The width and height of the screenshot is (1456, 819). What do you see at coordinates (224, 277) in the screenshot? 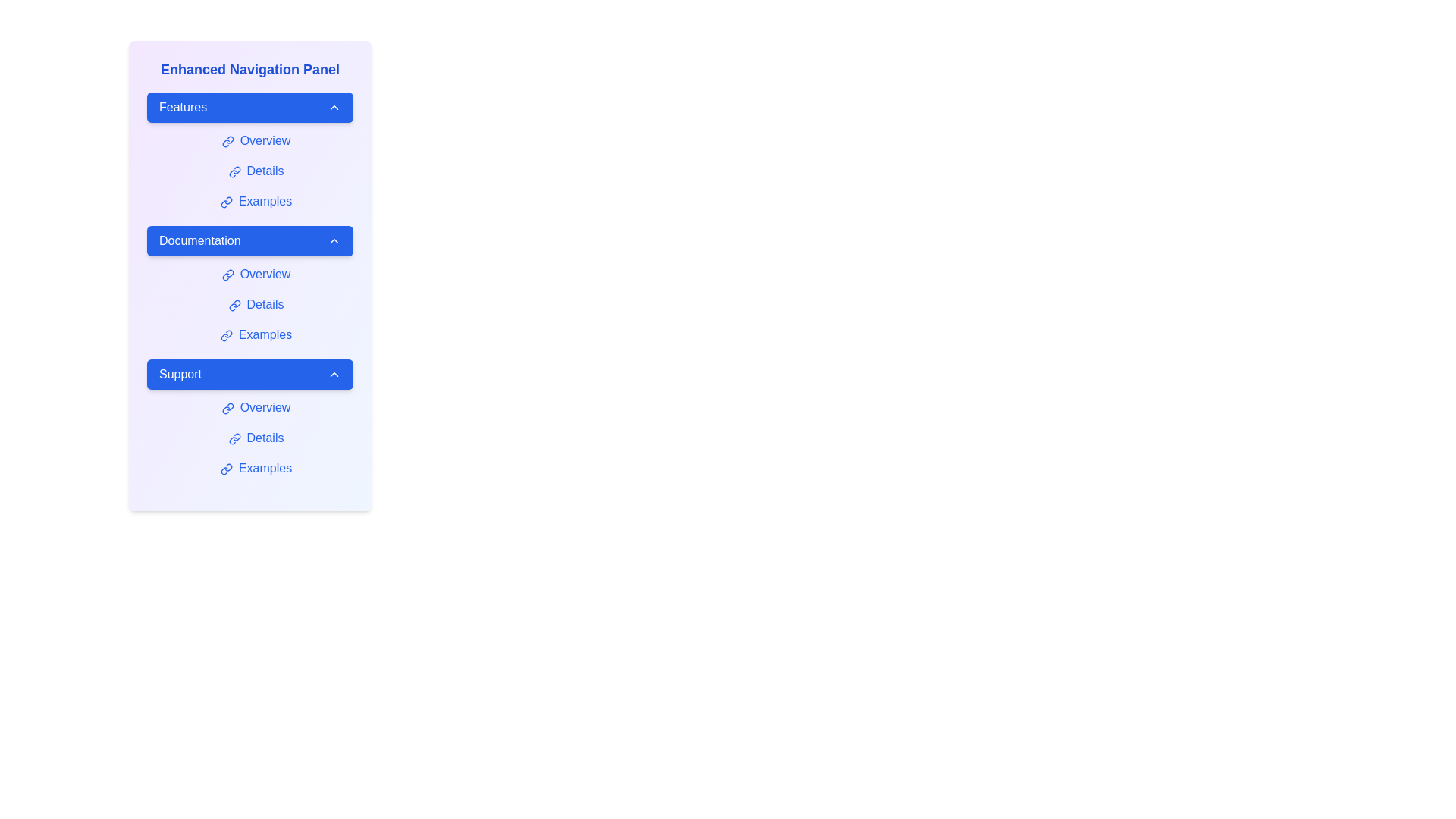
I see `the second link icon in the 'Documentation' section of the navigation panel, located next to the 'Overview' hyperlink text` at bounding box center [224, 277].